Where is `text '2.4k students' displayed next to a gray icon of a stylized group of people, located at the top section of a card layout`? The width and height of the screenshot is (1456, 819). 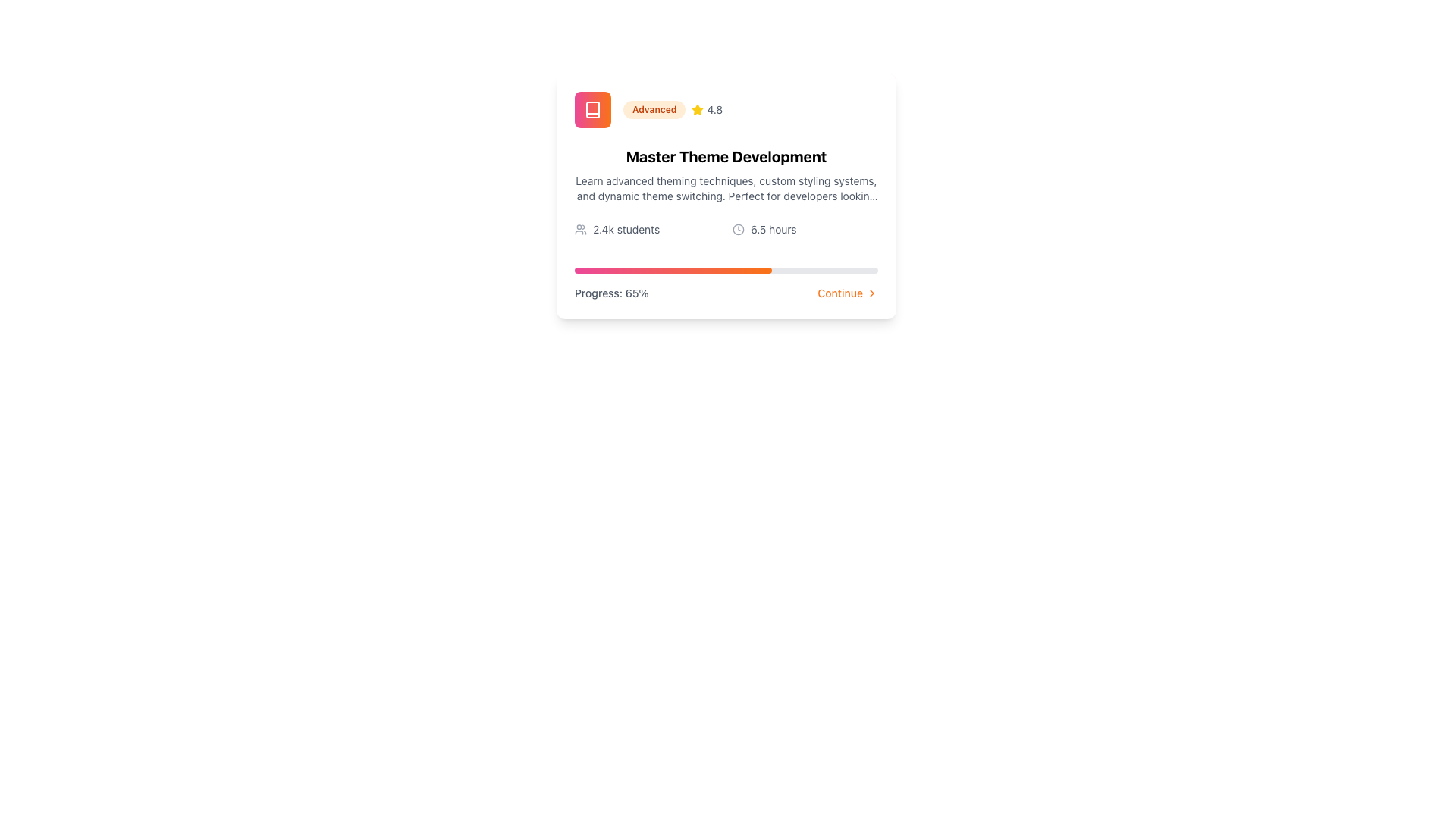
text '2.4k students' displayed next to a gray icon of a stylized group of people, located at the top section of a card layout is located at coordinates (648, 230).